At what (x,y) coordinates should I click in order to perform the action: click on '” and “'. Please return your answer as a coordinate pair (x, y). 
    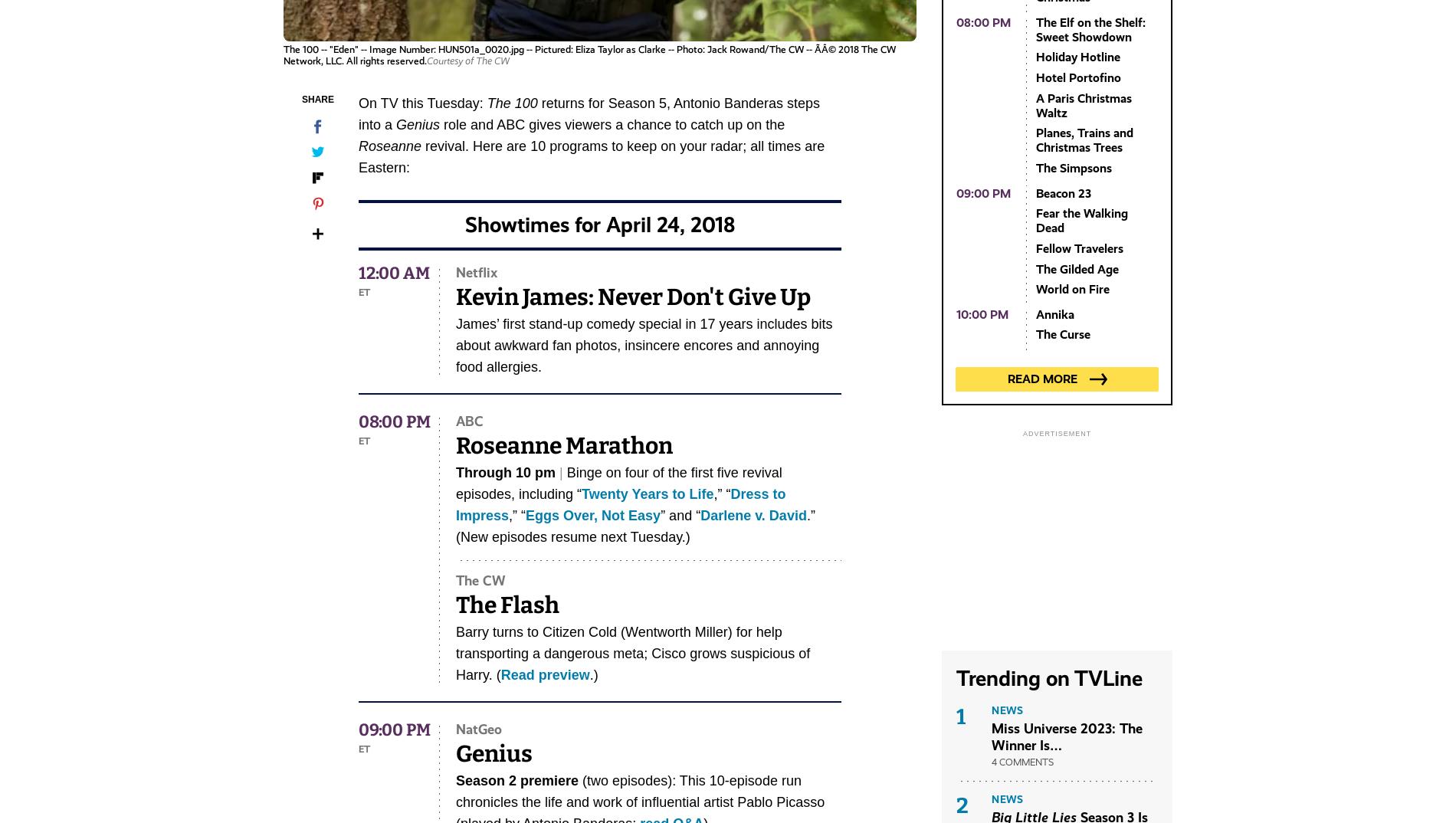
    Looking at the image, I should click on (660, 514).